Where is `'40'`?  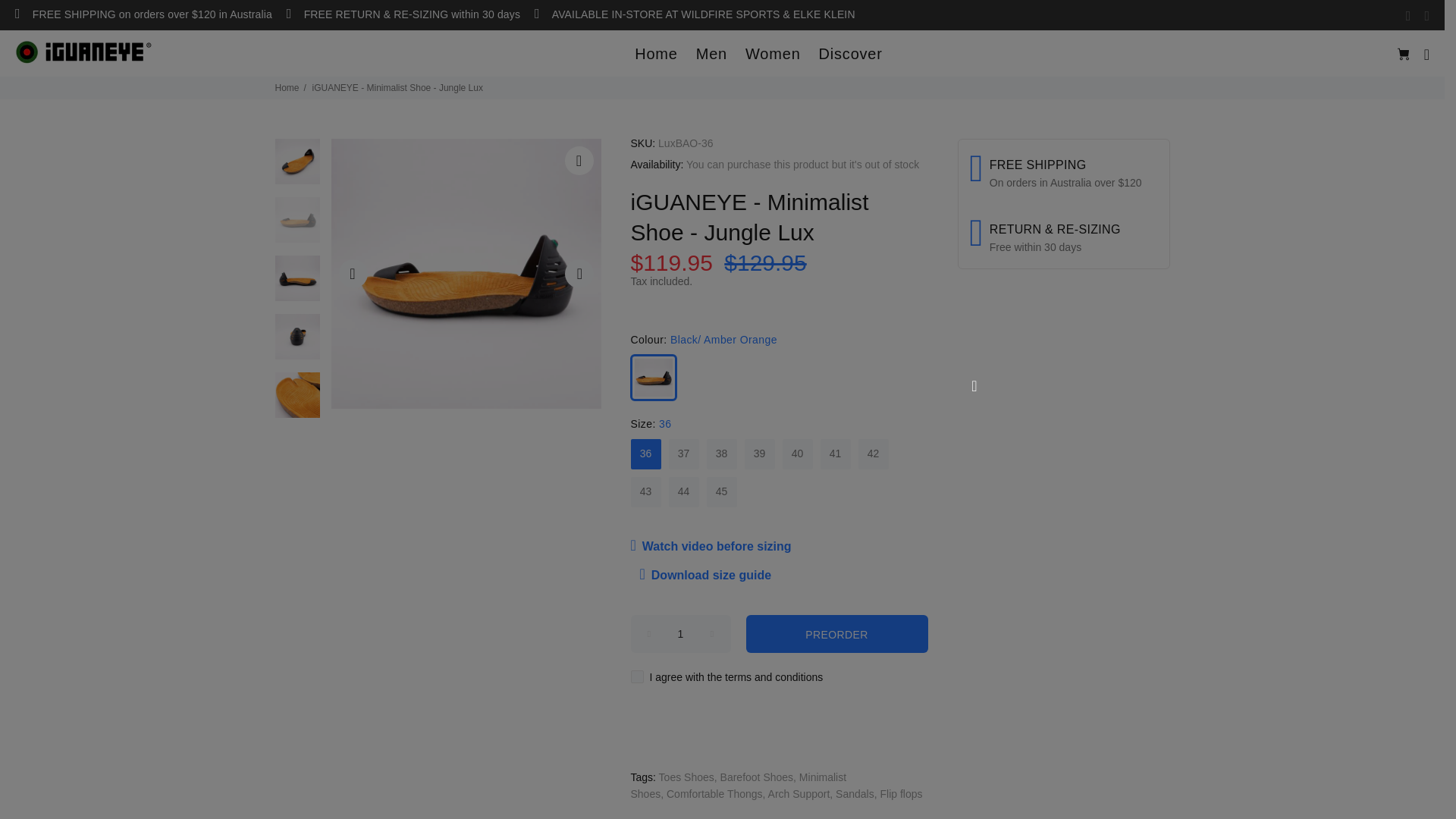 '40' is located at coordinates (796, 453).